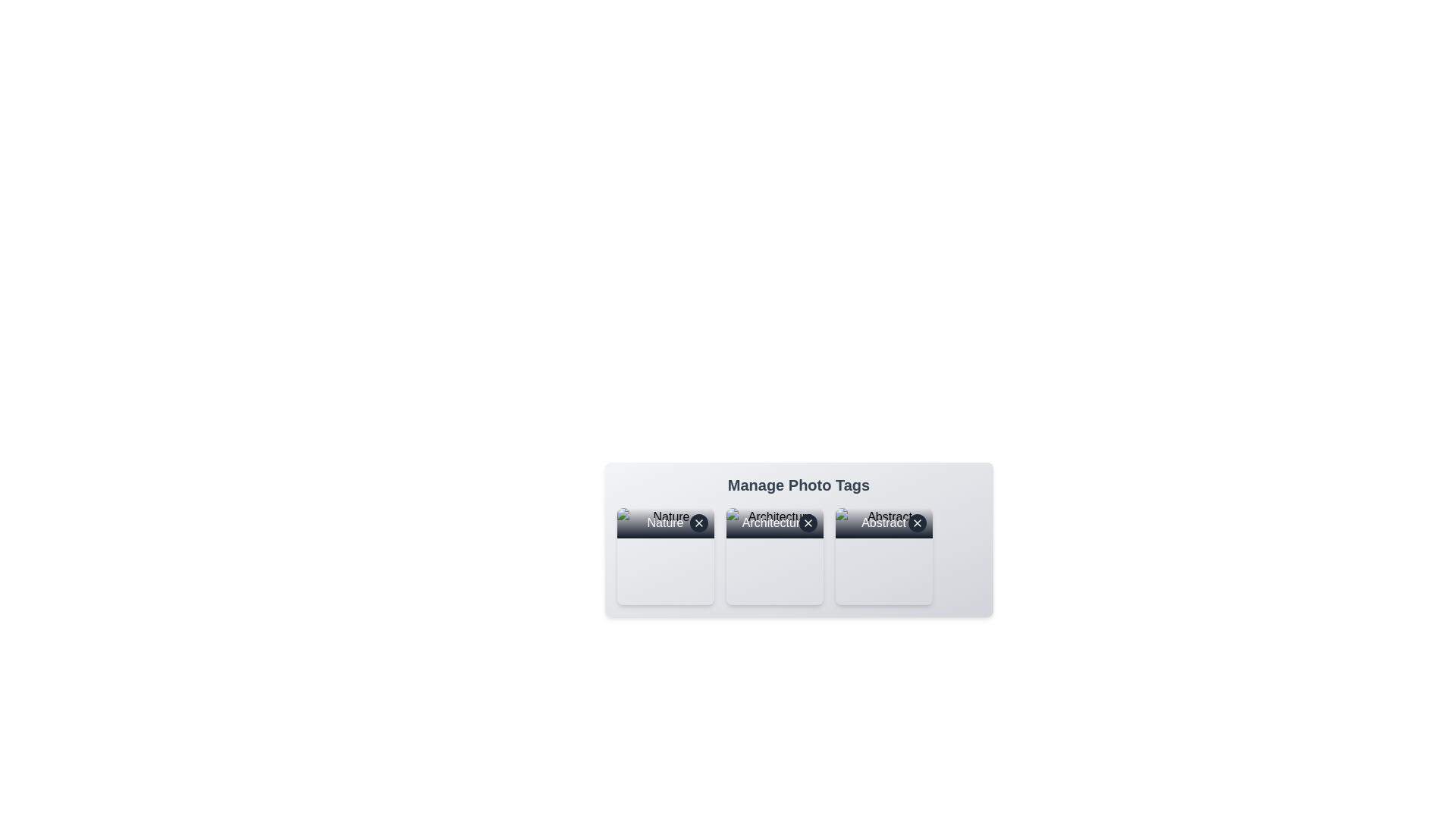  What do you see at coordinates (883, 556) in the screenshot?
I see `the tag Abstract to view its associated images` at bounding box center [883, 556].